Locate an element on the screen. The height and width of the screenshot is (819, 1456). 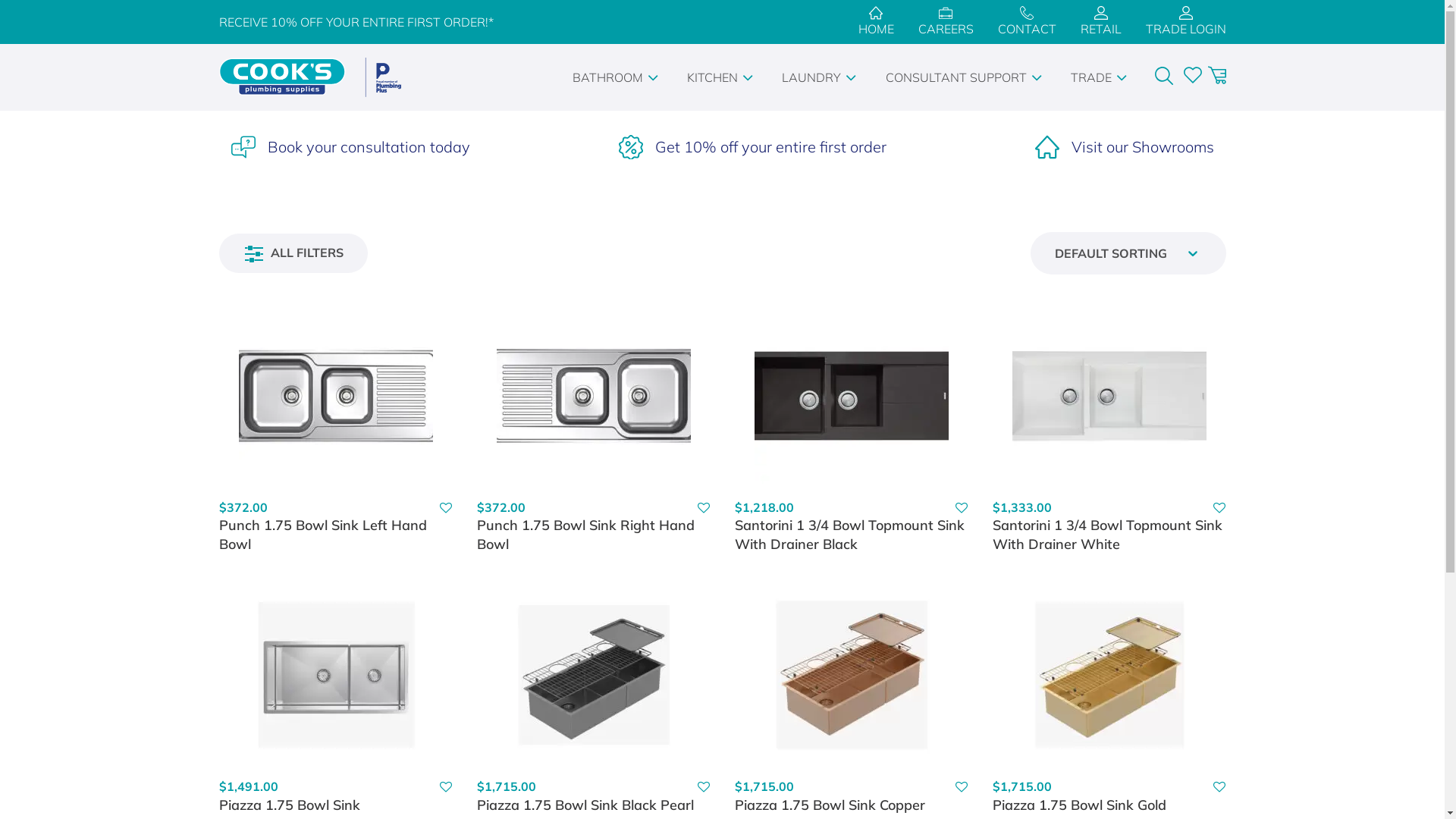
'TRADE' is located at coordinates (1100, 77).